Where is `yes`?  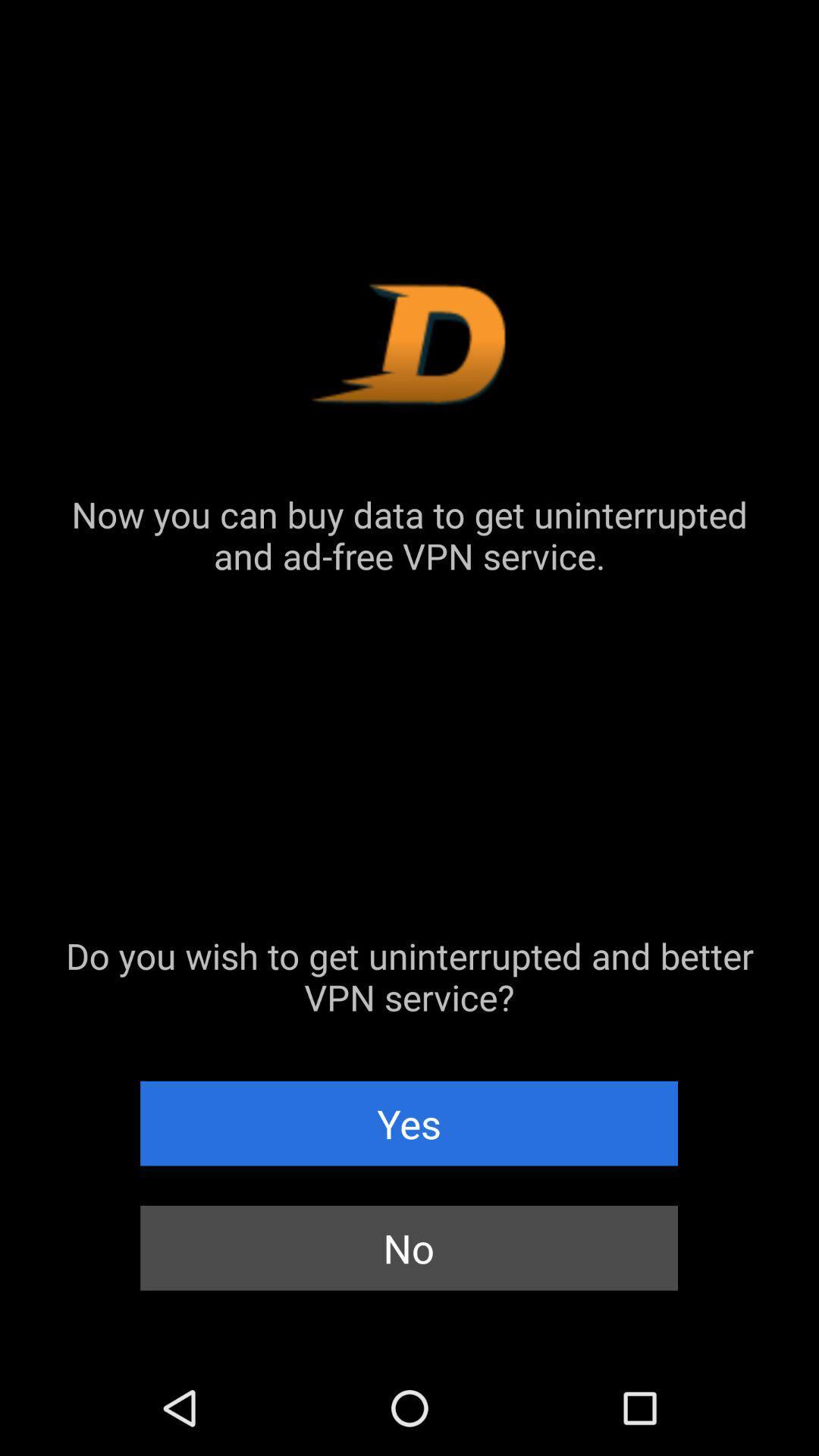
yes is located at coordinates (408, 1123).